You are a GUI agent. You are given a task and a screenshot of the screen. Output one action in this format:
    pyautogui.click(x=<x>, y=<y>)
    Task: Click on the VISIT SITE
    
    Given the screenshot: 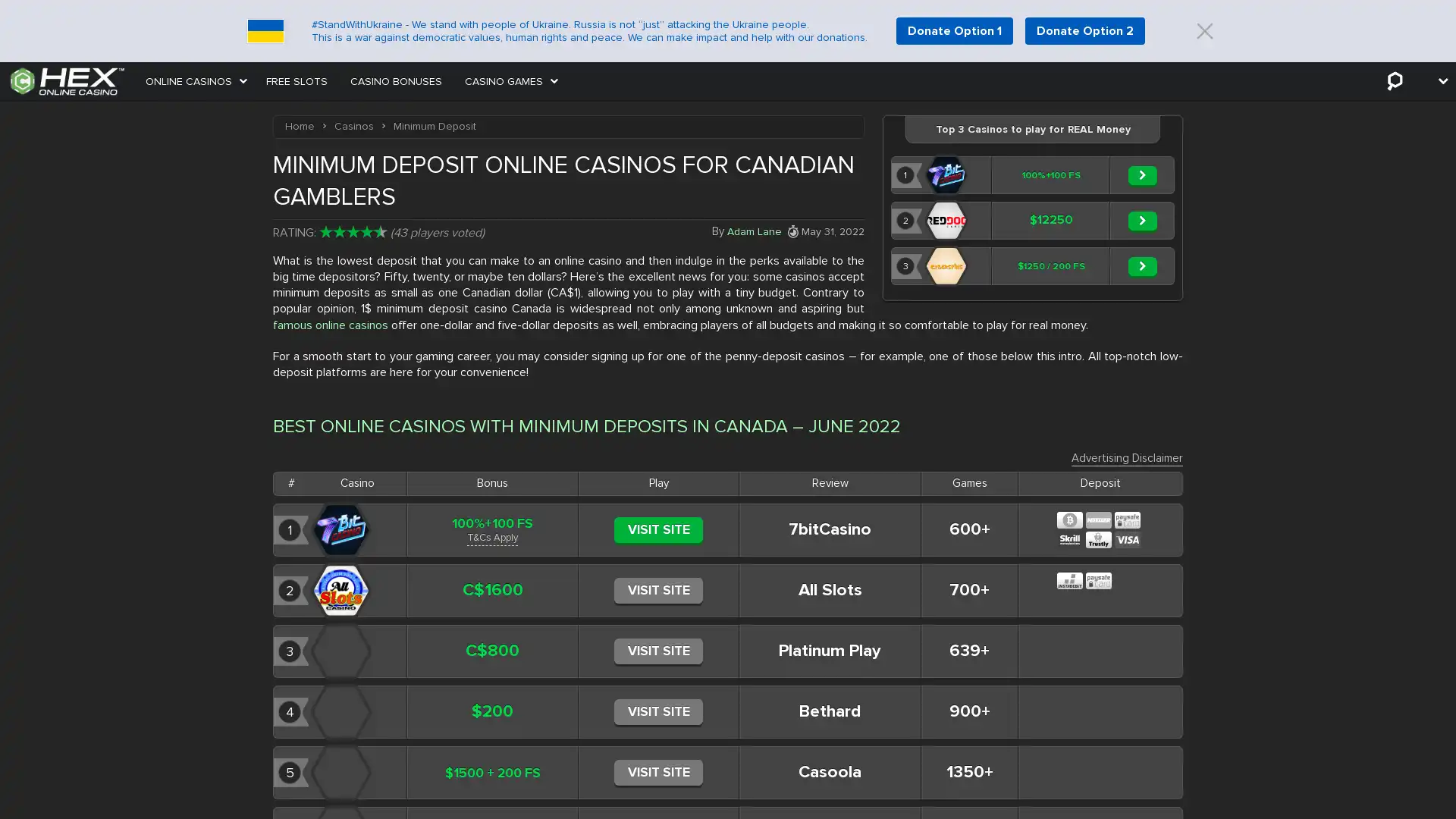 What is the action you would take?
    pyautogui.click(x=658, y=589)
    